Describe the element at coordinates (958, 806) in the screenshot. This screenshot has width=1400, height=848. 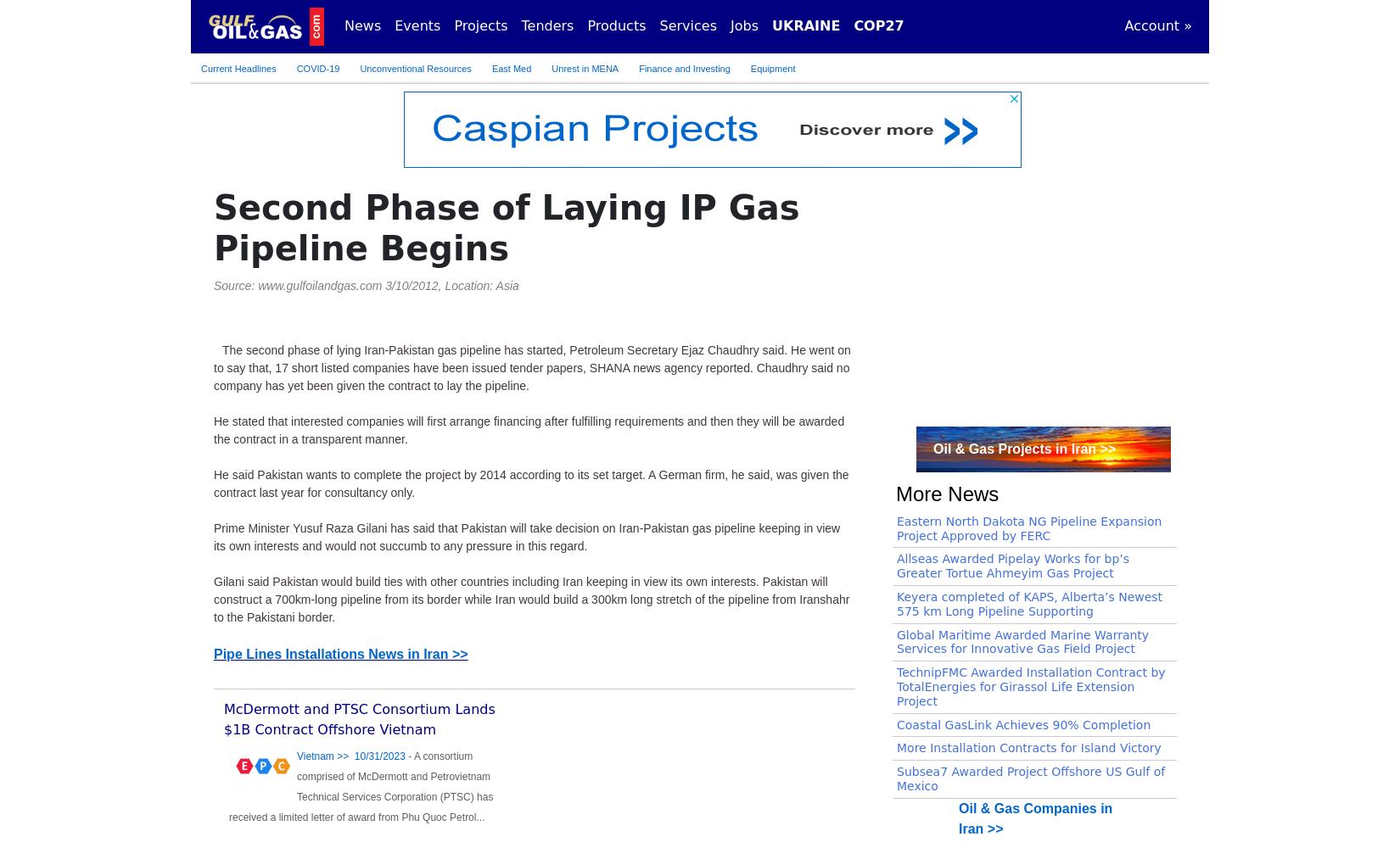
I see `'Oil & Gas Companies in'` at that location.